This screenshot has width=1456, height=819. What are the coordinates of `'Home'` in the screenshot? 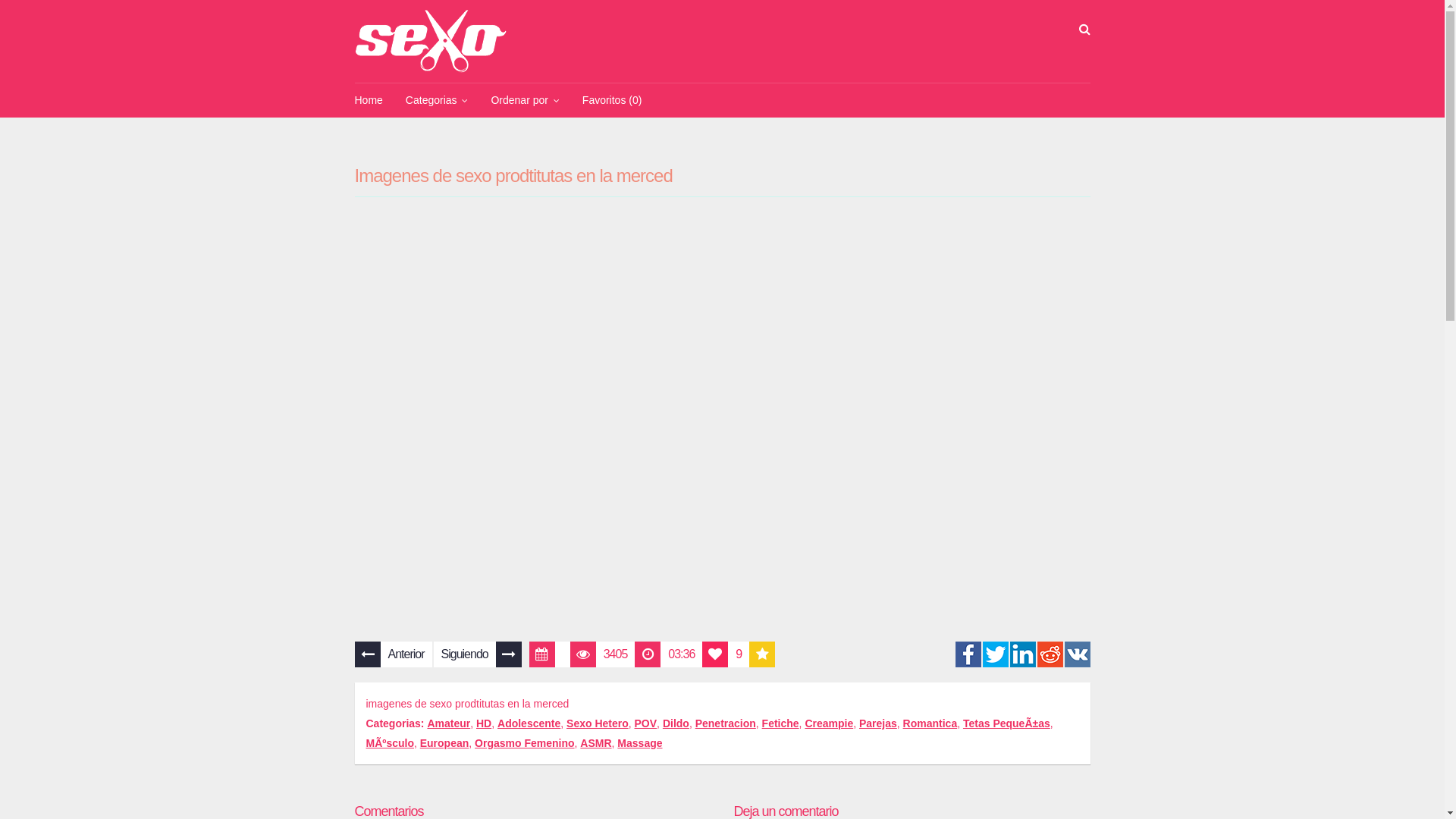 It's located at (368, 100).